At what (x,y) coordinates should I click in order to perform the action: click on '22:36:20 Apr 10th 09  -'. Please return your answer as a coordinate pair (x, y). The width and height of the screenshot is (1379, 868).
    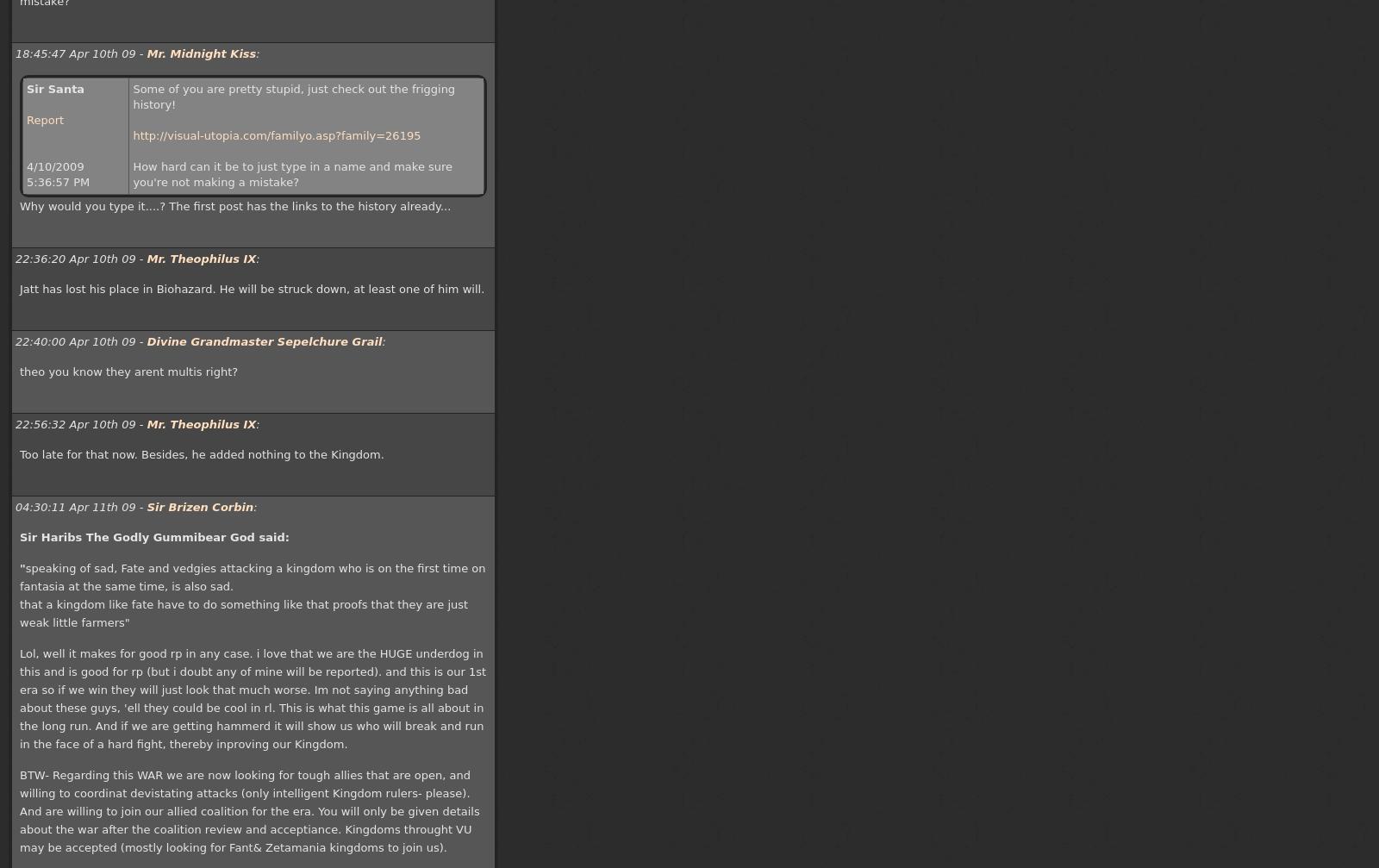
    Looking at the image, I should click on (79, 259).